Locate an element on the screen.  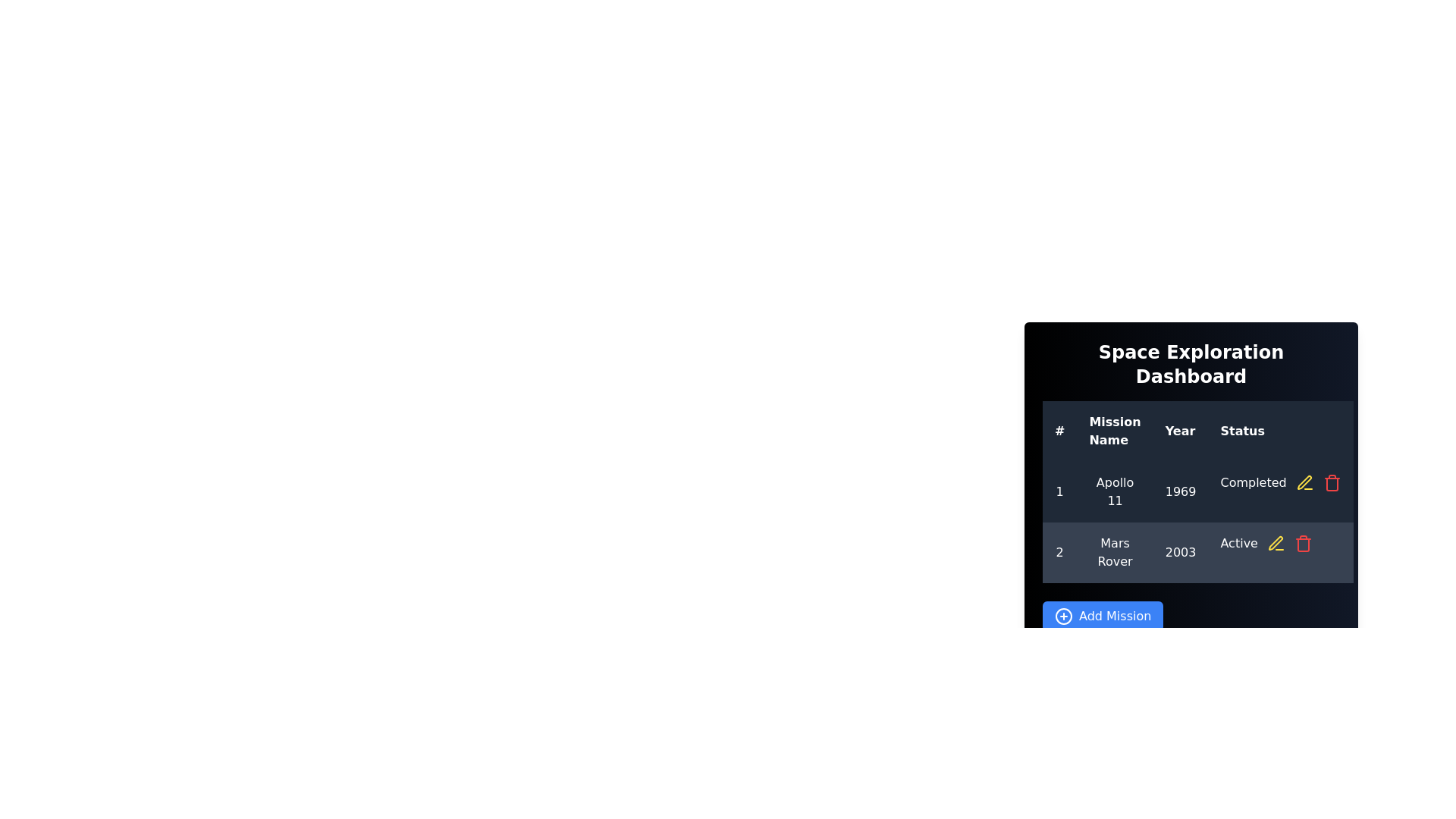
the text label displaying 'Apollo 11' which is located in the 'Mission Name' column of the 'Space Exploration Dashboard' table, specifically in the first row, and is situated one column to the right of the '#' column is located at coordinates (1115, 491).